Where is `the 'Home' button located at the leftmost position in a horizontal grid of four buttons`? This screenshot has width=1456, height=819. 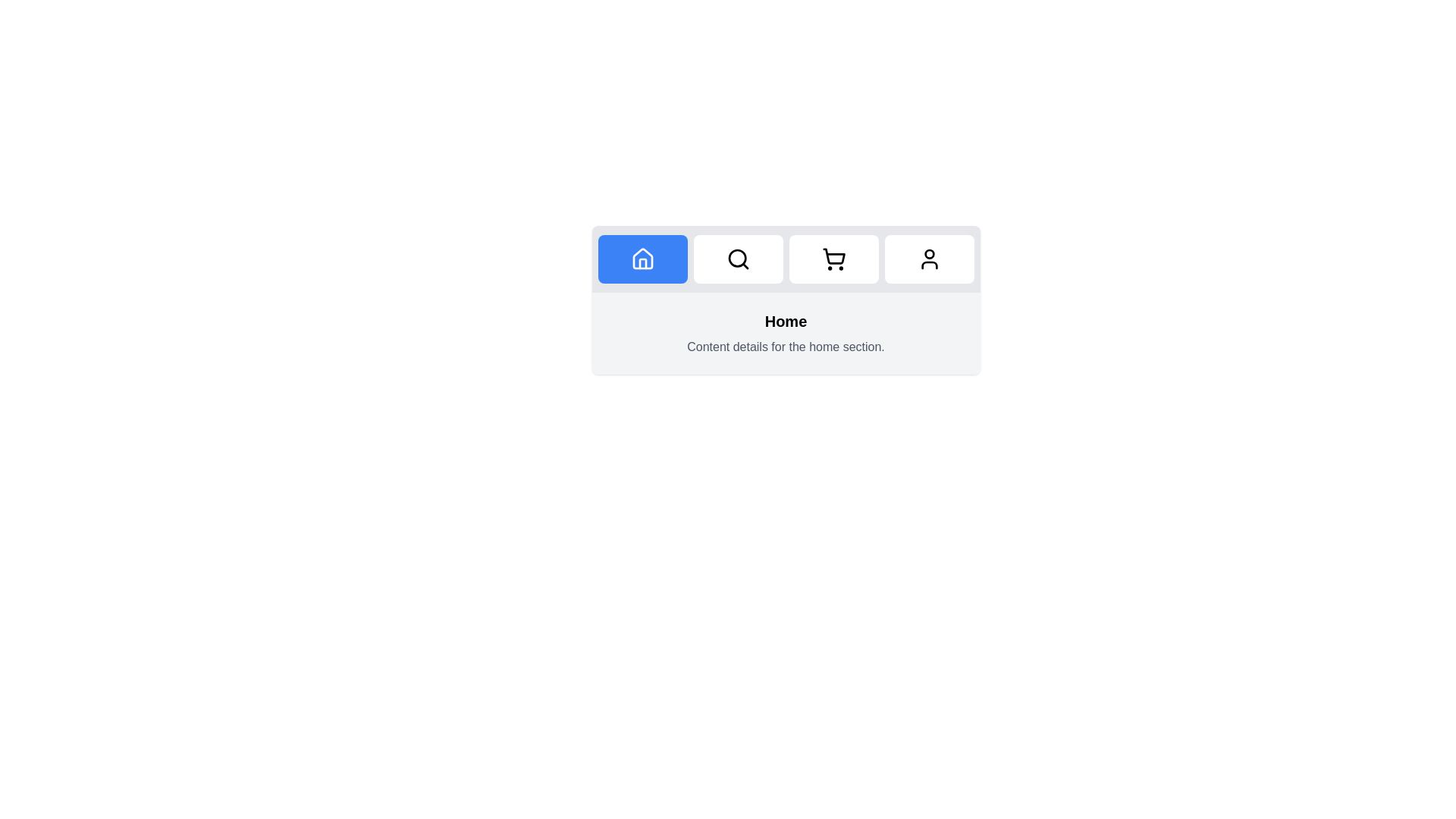
the 'Home' button located at the leftmost position in a horizontal grid of four buttons is located at coordinates (642, 259).